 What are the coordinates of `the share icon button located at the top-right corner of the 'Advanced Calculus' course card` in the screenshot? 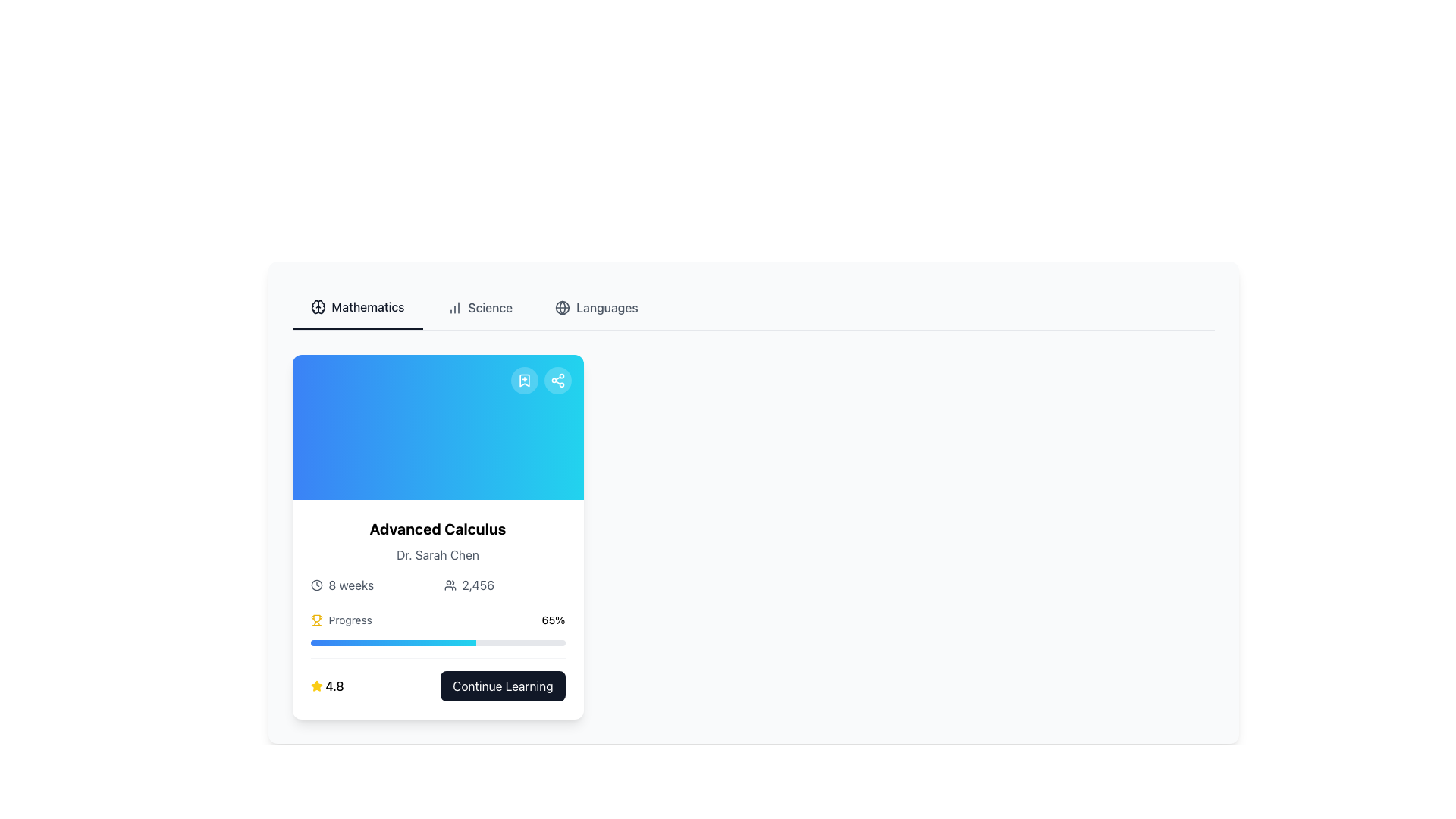 It's located at (557, 379).